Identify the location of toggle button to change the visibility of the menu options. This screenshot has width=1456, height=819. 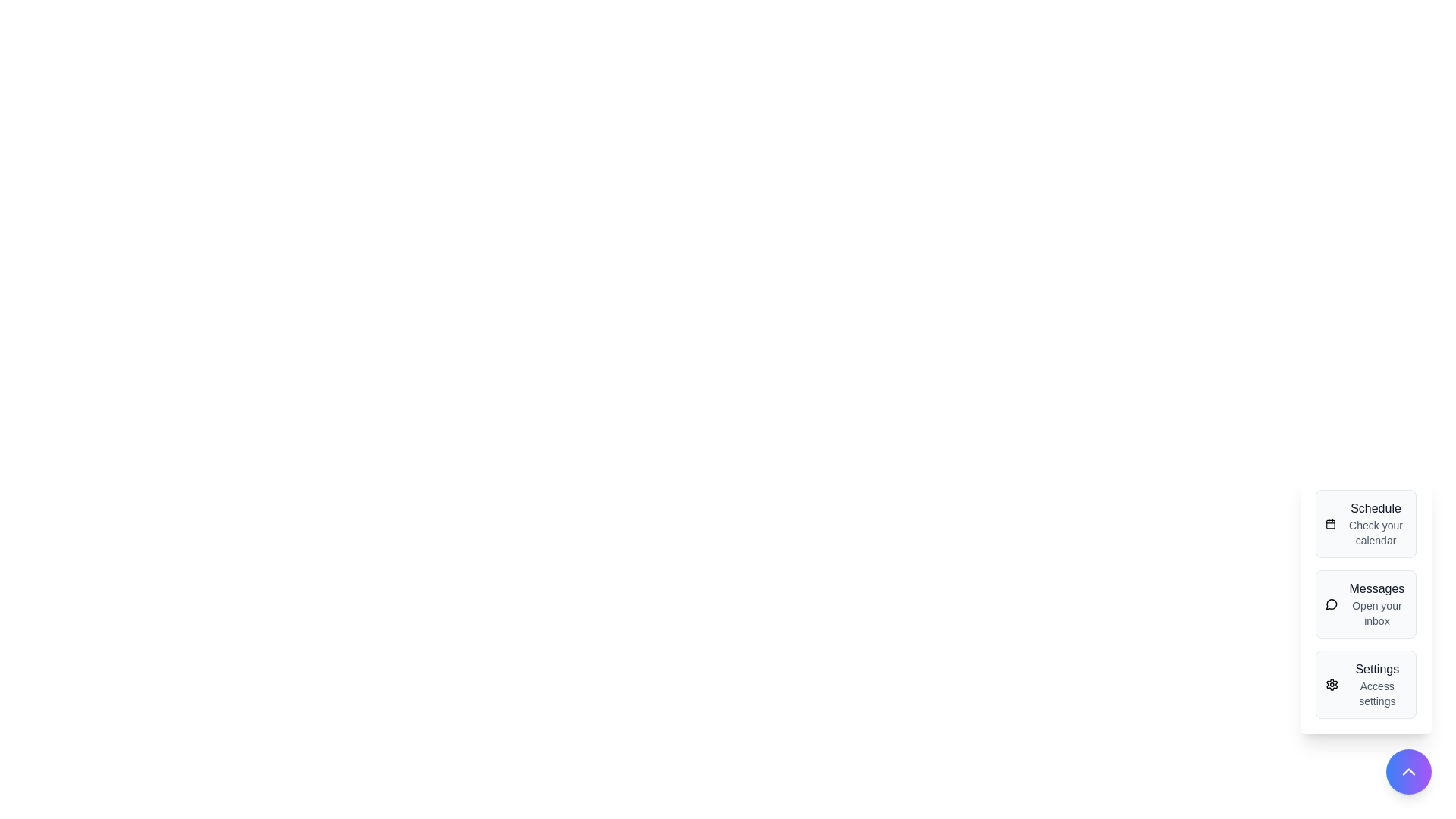
(1407, 772).